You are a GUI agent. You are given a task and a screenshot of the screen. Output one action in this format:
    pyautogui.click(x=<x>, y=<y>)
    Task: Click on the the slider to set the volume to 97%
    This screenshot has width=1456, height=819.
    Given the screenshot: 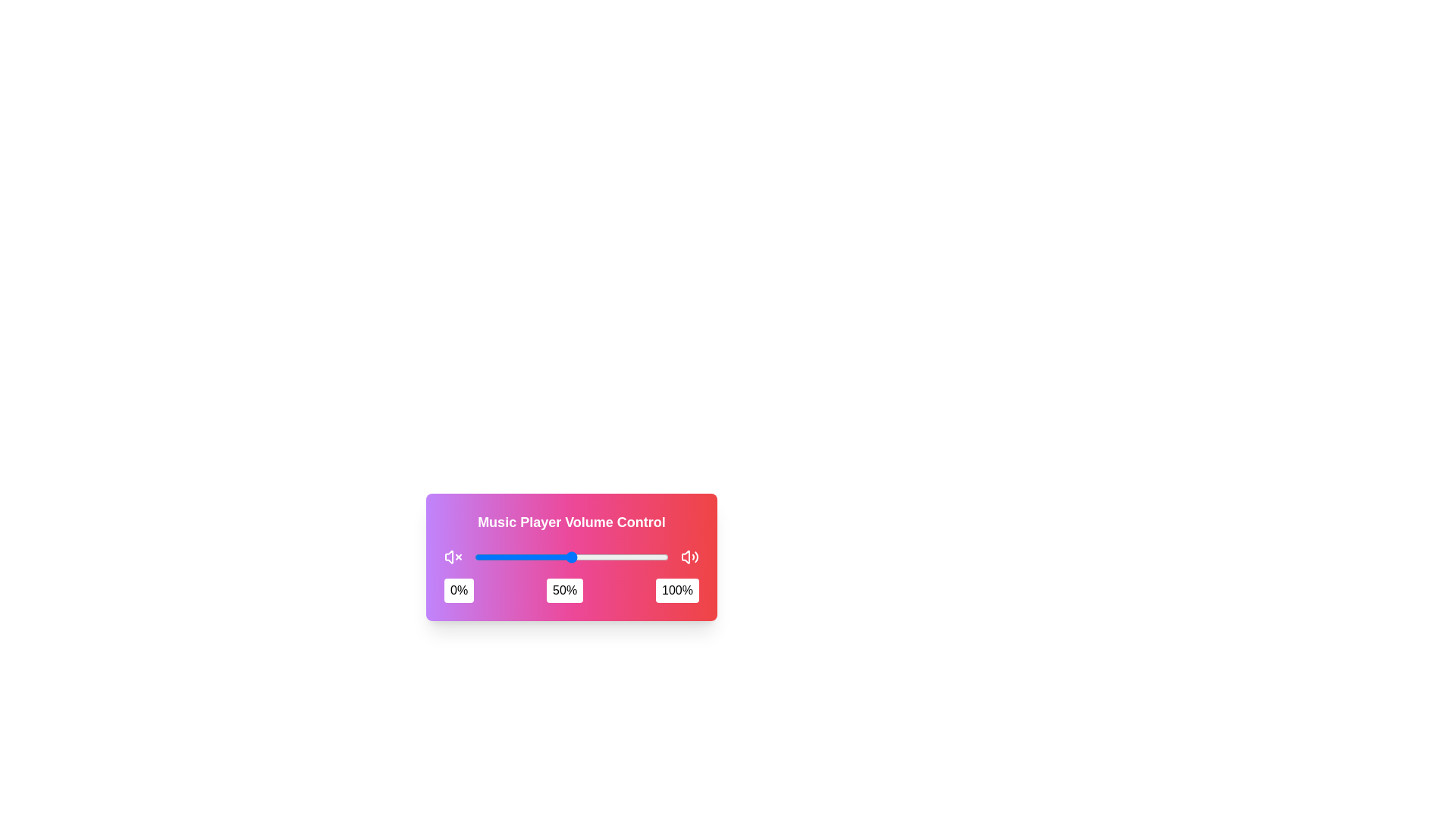 What is the action you would take?
    pyautogui.click(x=662, y=557)
    